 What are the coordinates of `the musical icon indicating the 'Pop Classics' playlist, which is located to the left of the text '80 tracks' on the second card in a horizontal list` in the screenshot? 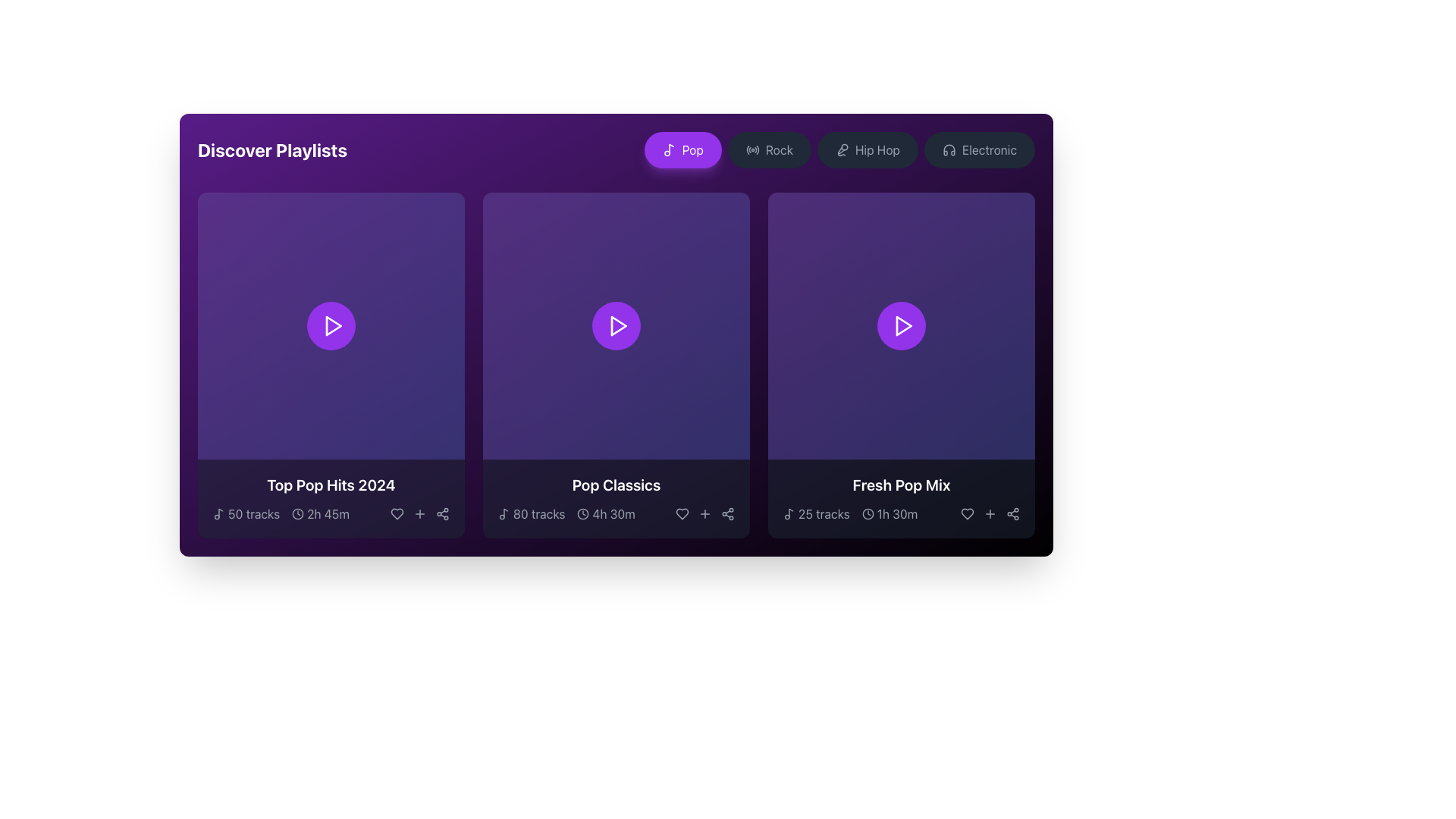 It's located at (504, 513).